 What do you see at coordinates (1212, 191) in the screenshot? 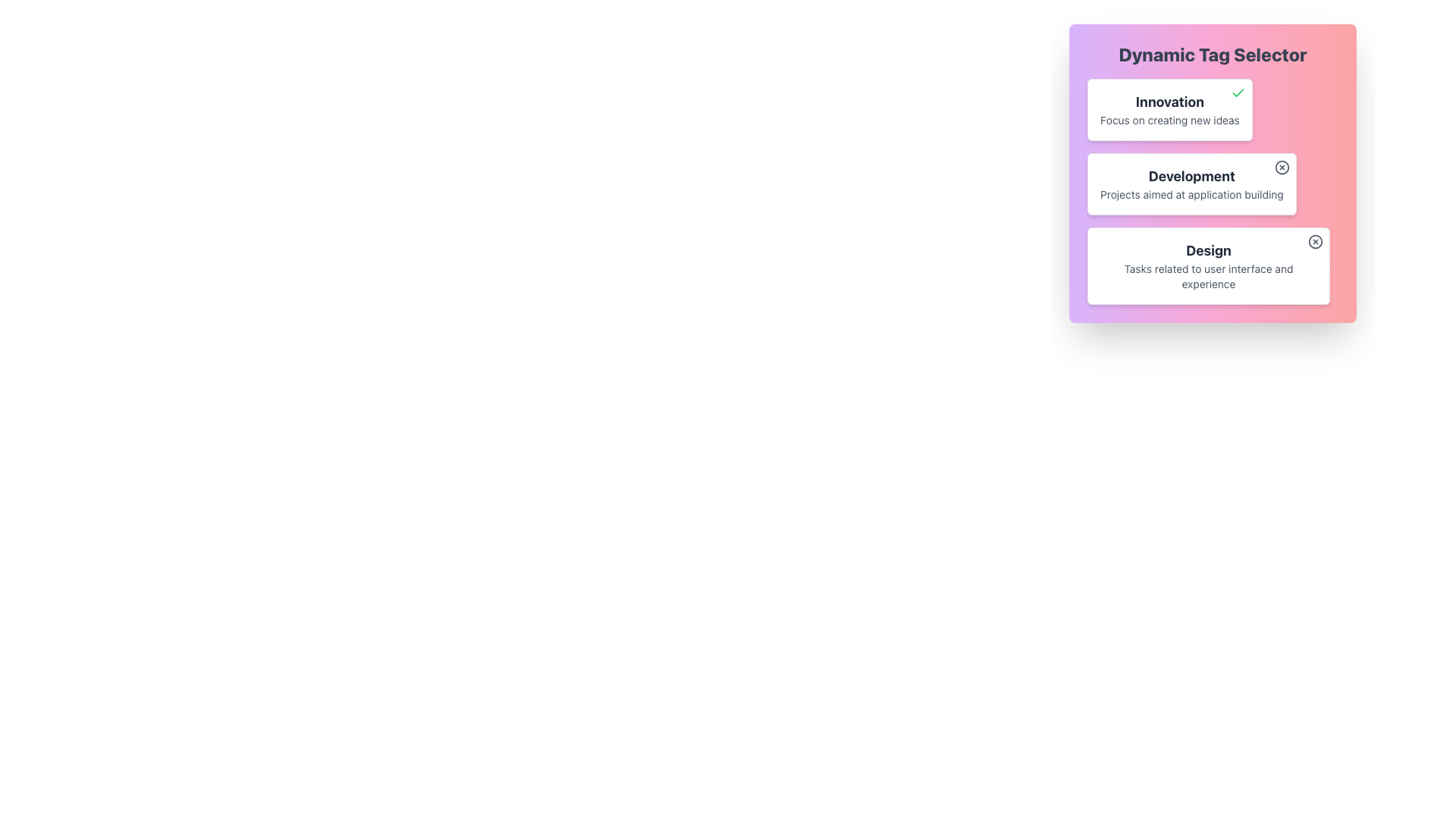
I see `the Information card containing the bold text 'Development' and the description 'Projects aimed at application building', which is the second box in the vertical list within the 'Dynamic Tag Selector' section` at bounding box center [1212, 191].